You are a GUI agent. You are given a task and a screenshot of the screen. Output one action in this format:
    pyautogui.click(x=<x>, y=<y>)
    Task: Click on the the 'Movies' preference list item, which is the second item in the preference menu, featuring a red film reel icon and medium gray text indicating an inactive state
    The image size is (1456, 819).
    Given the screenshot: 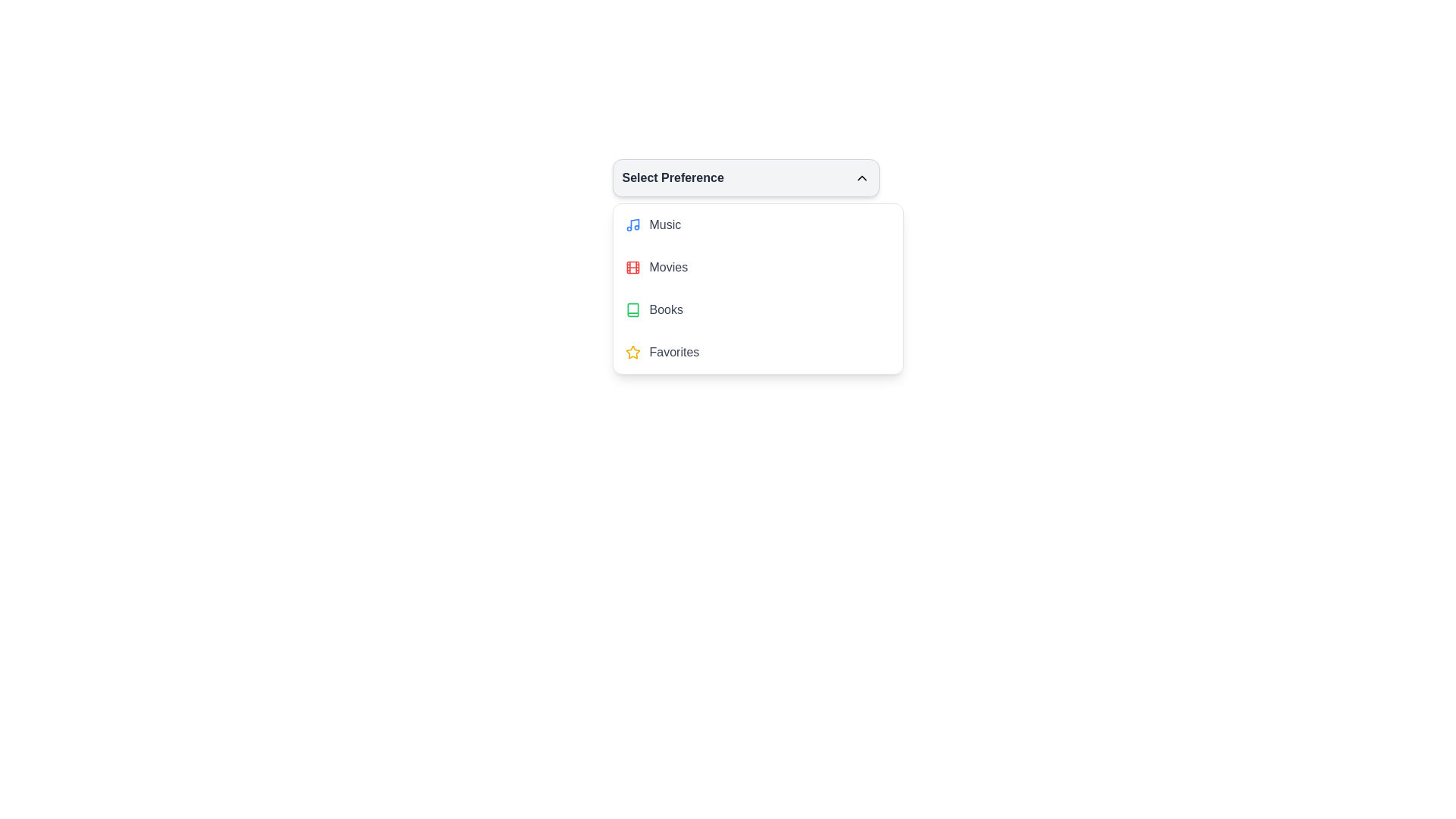 What is the action you would take?
    pyautogui.click(x=758, y=267)
    